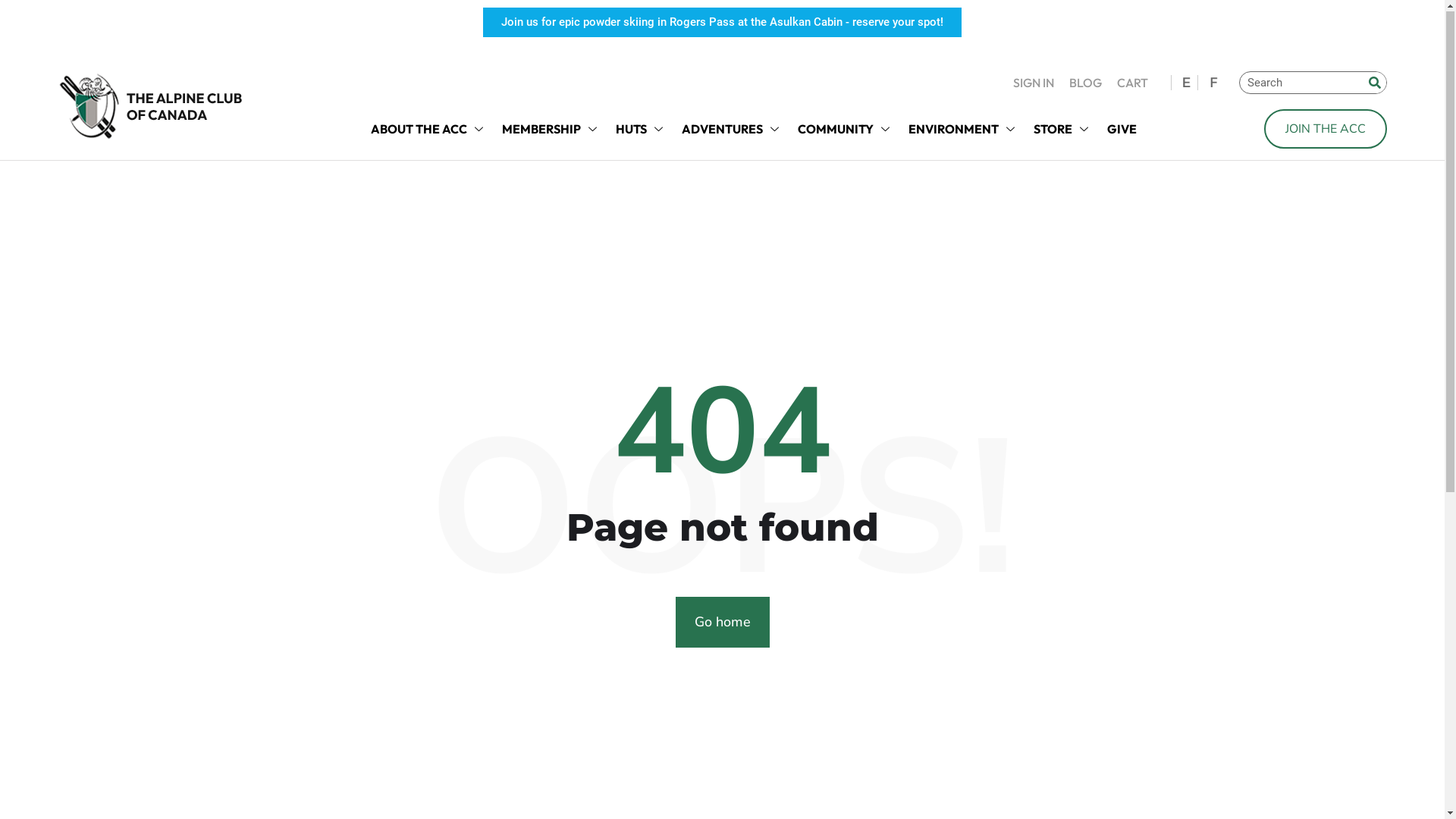  What do you see at coordinates (731, 129) in the screenshot?
I see `'ADVENTURES'` at bounding box center [731, 129].